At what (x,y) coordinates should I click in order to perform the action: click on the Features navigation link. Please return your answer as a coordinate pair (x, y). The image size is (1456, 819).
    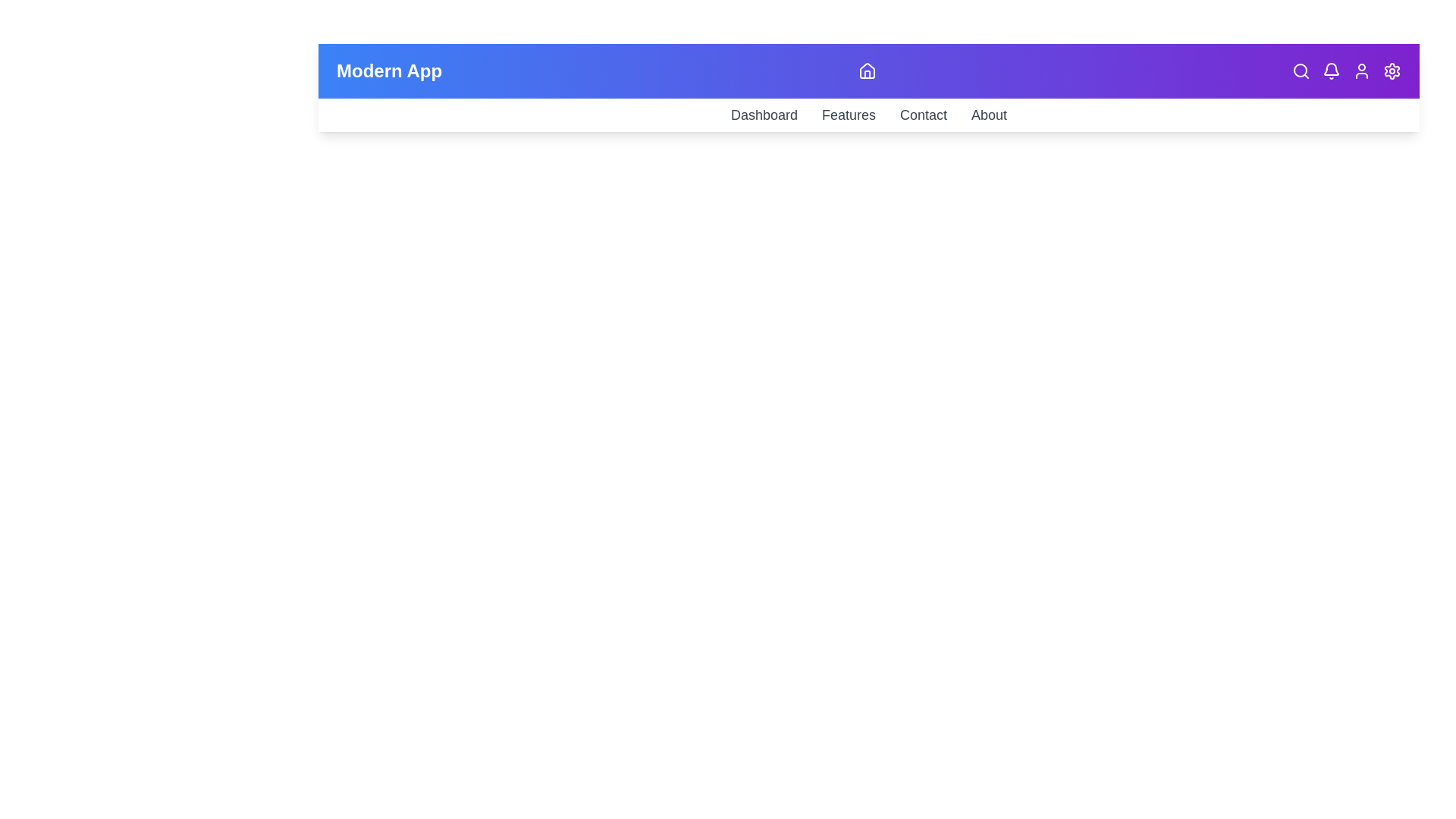
    Looking at the image, I should click on (848, 114).